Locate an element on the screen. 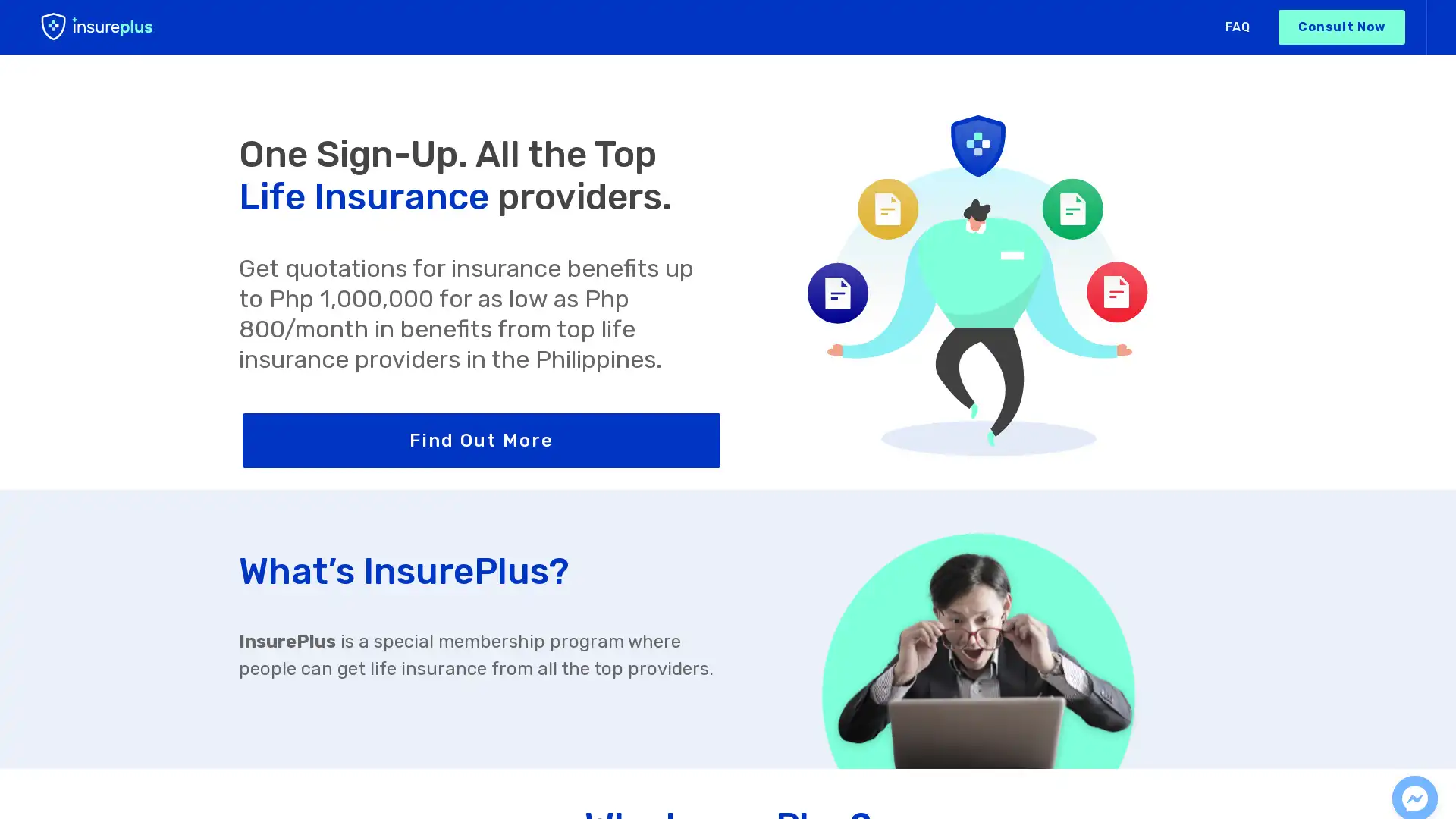  Find Out More is located at coordinates (480, 441).